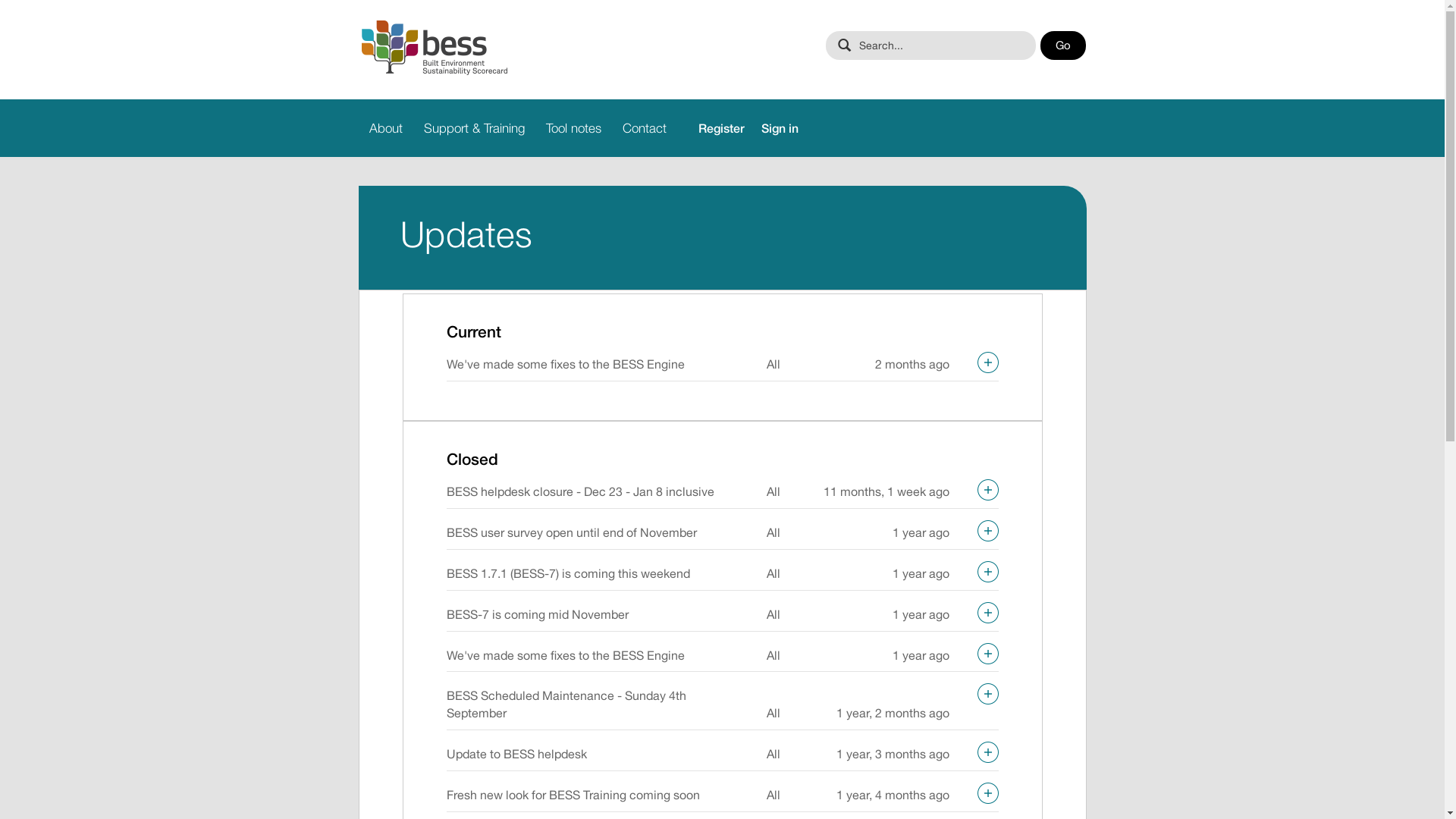  What do you see at coordinates (987, 792) in the screenshot?
I see `'Expand'` at bounding box center [987, 792].